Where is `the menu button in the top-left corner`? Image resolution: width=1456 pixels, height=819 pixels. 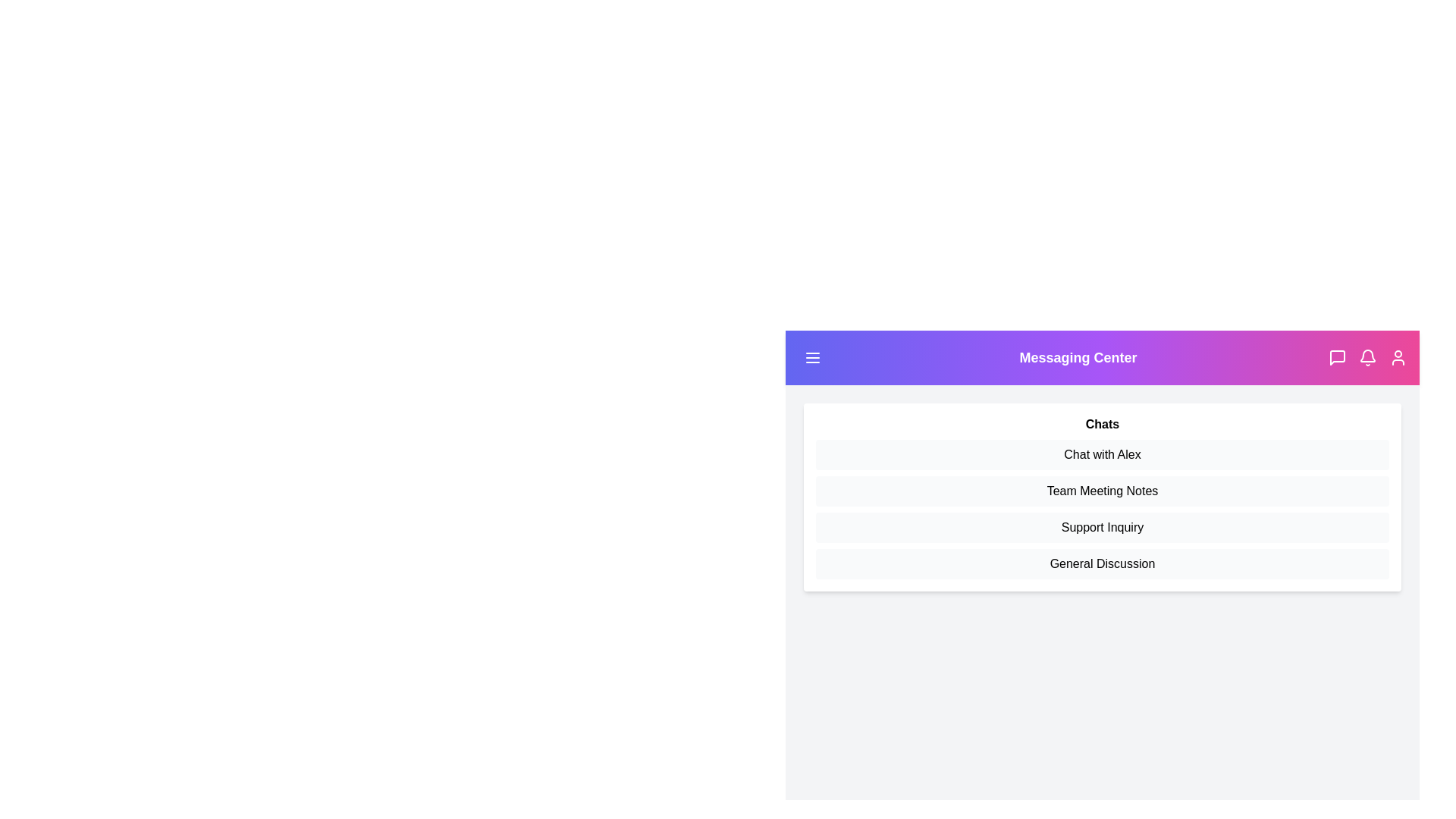
the menu button in the top-left corner is located at coordinates (811, 357).